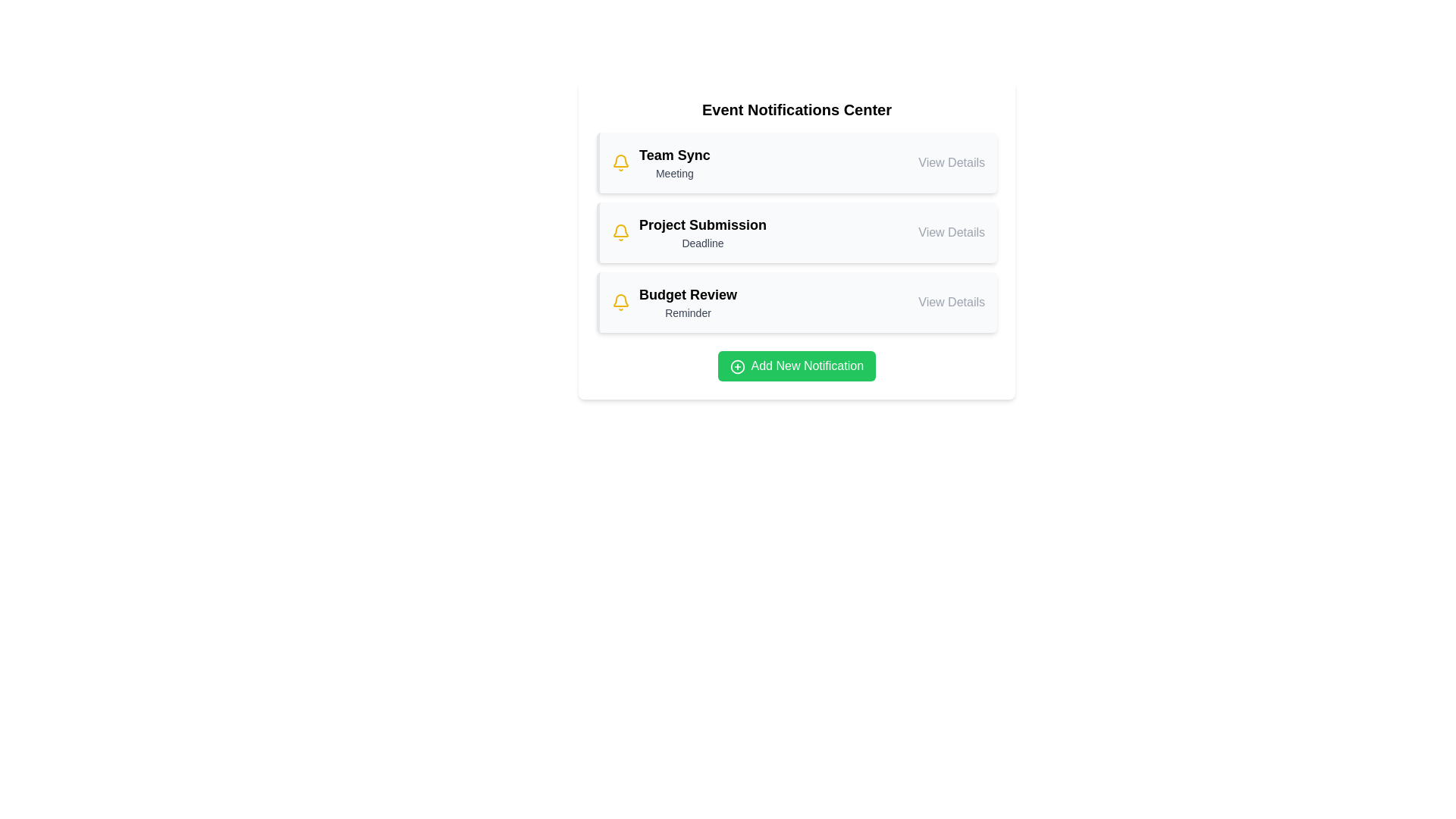 The width and height of the screenshot is (1456, 819). I want to click on the 'Add New Notification' button, which has a green background, white text, and a plus sign icon, located at the bottom of the 'Event Notifications Center', so click(796, 366).